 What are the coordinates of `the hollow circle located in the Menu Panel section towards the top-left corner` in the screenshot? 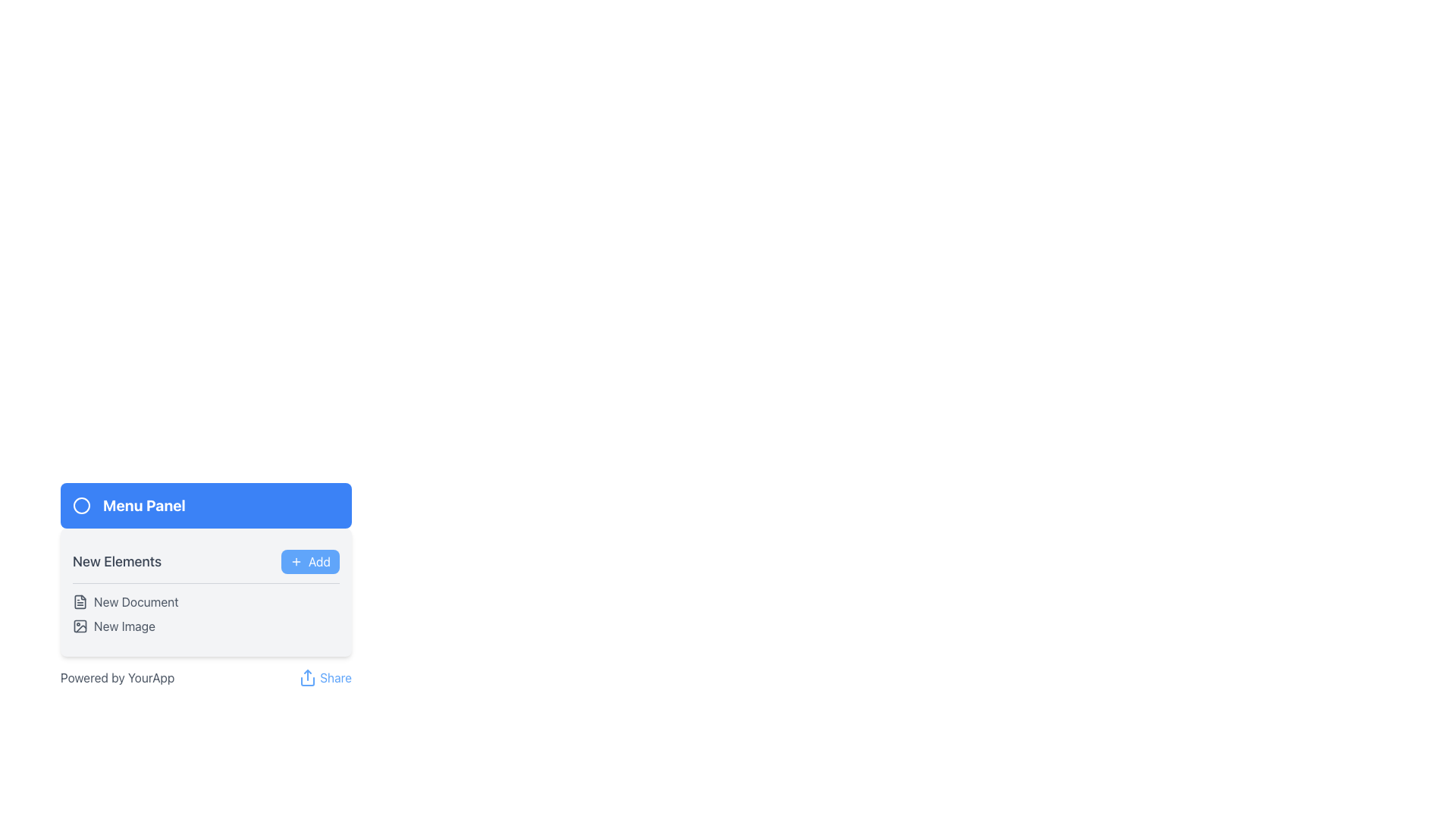 It's located at (81, 506).